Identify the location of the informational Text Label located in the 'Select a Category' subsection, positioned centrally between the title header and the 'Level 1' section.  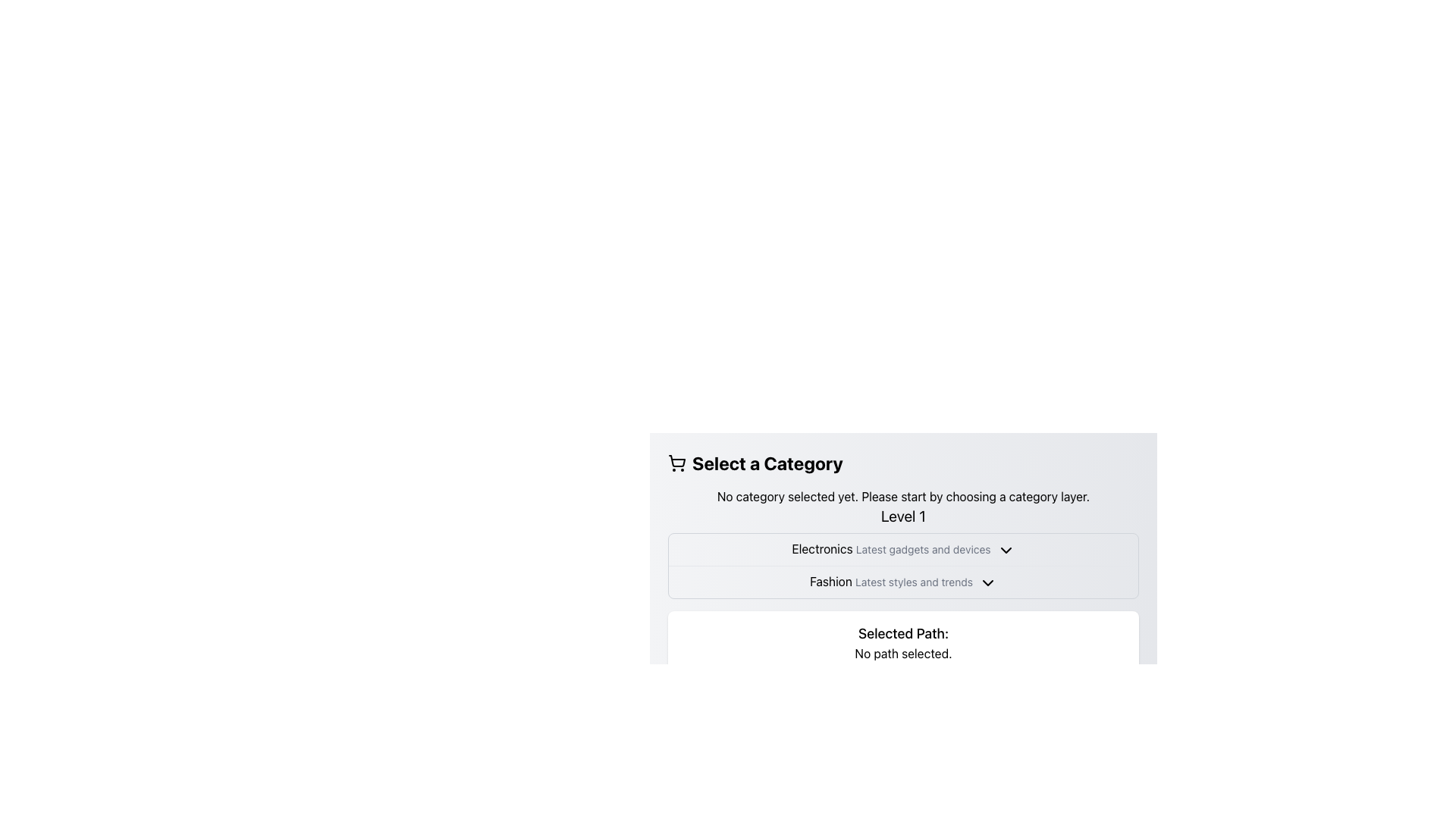
(903, 497).